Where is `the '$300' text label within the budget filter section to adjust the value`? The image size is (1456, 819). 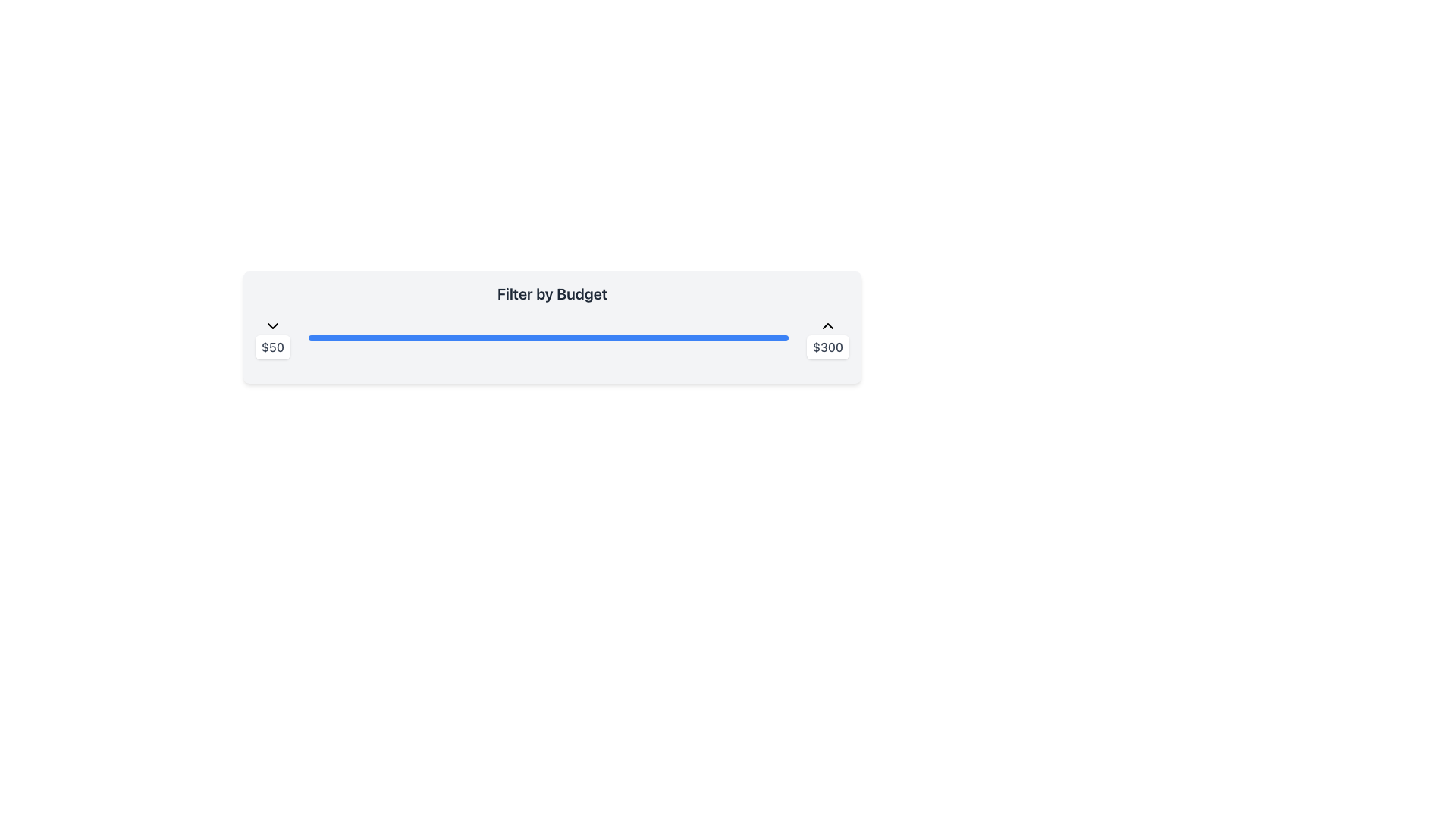
the '$300' text label within the budget filter section to adjust the value is located at coordinates (827, 337).